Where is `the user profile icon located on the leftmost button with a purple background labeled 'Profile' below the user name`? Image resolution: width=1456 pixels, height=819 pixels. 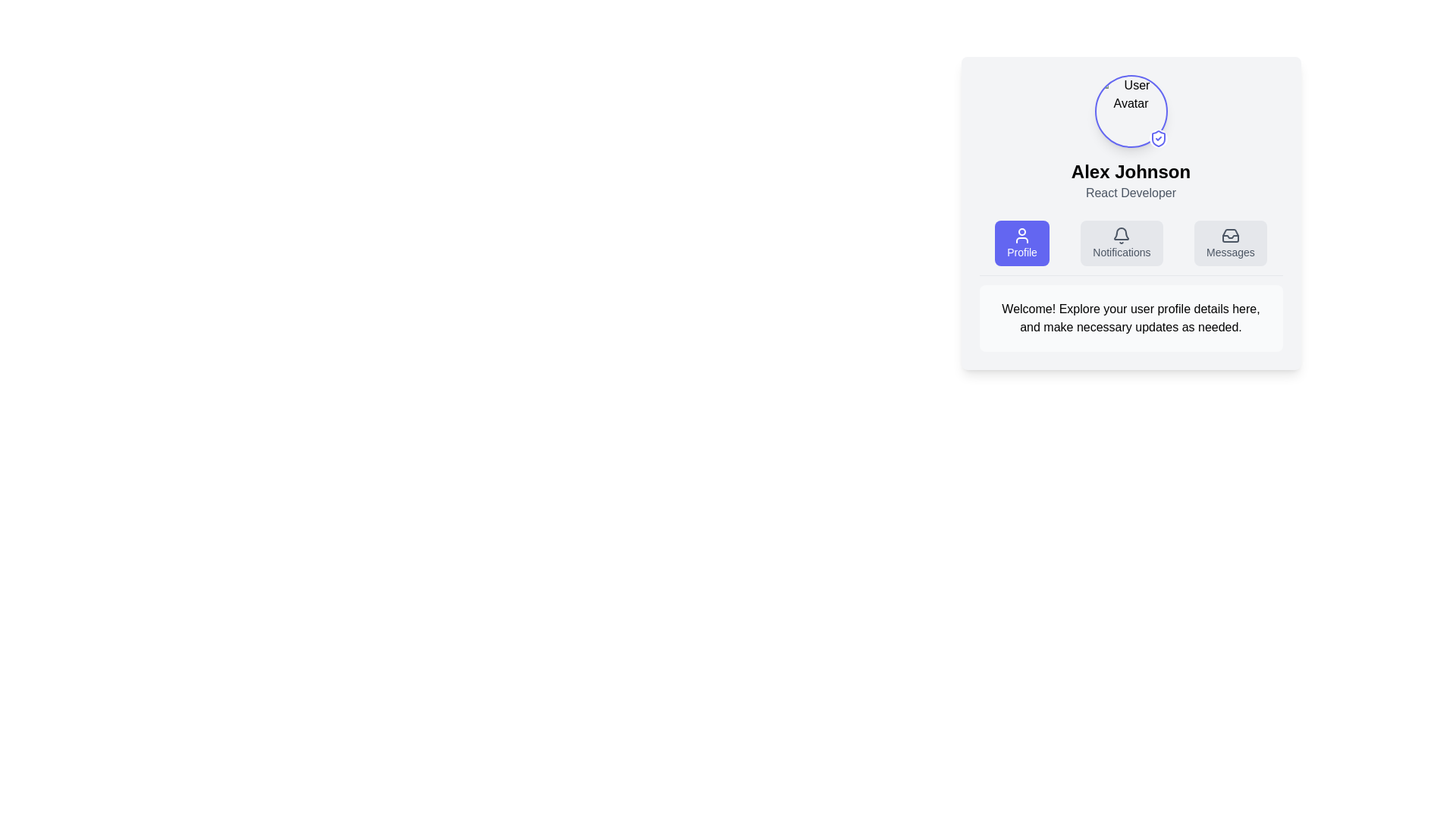 the user profile icon located on the leftmost button with a purple background labeled 'Profile' below the user name is located at coordinates (1022, 236).